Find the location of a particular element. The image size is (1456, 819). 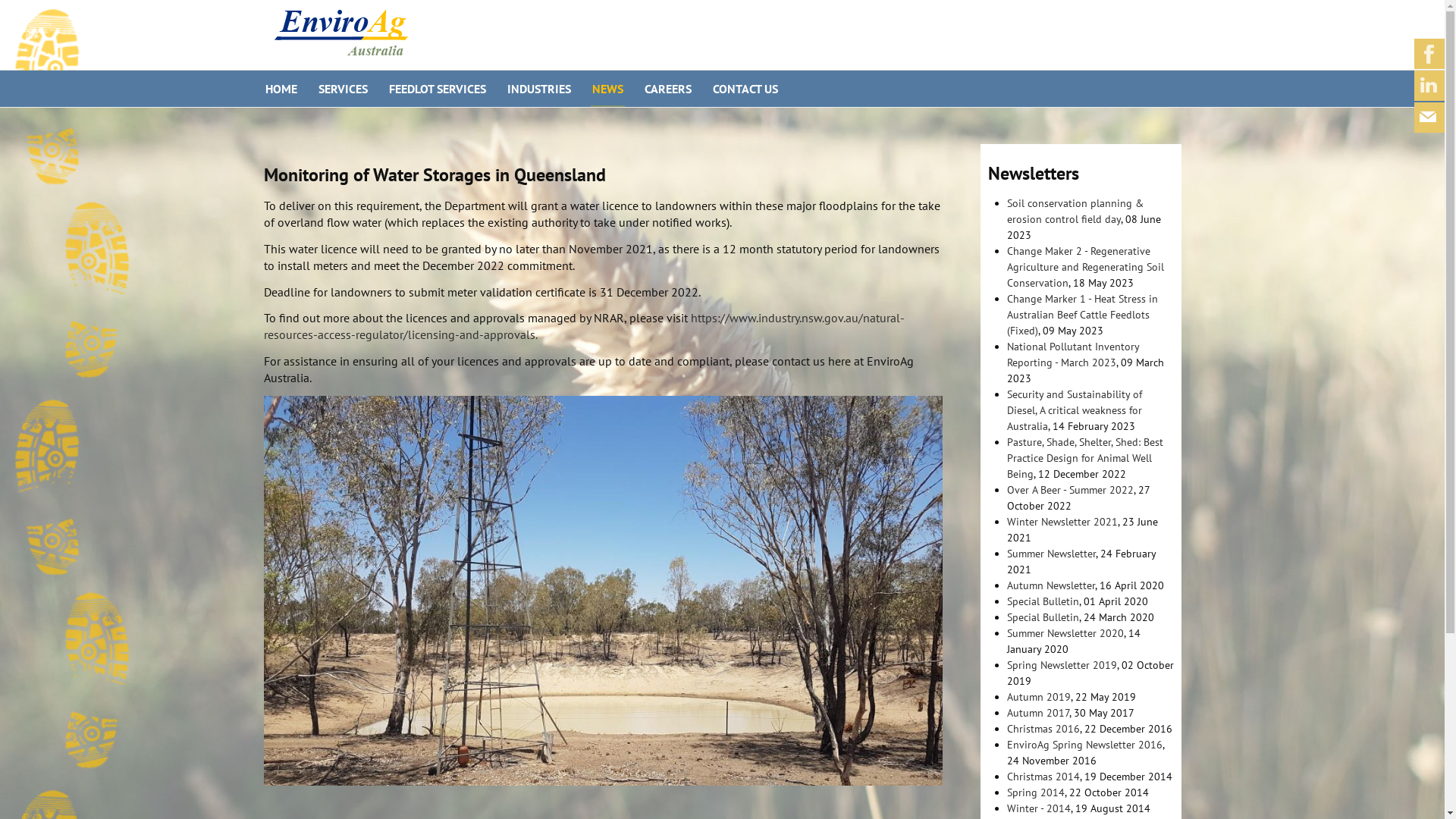

'Winter - 2014' is located at coordinates (1037, 807).